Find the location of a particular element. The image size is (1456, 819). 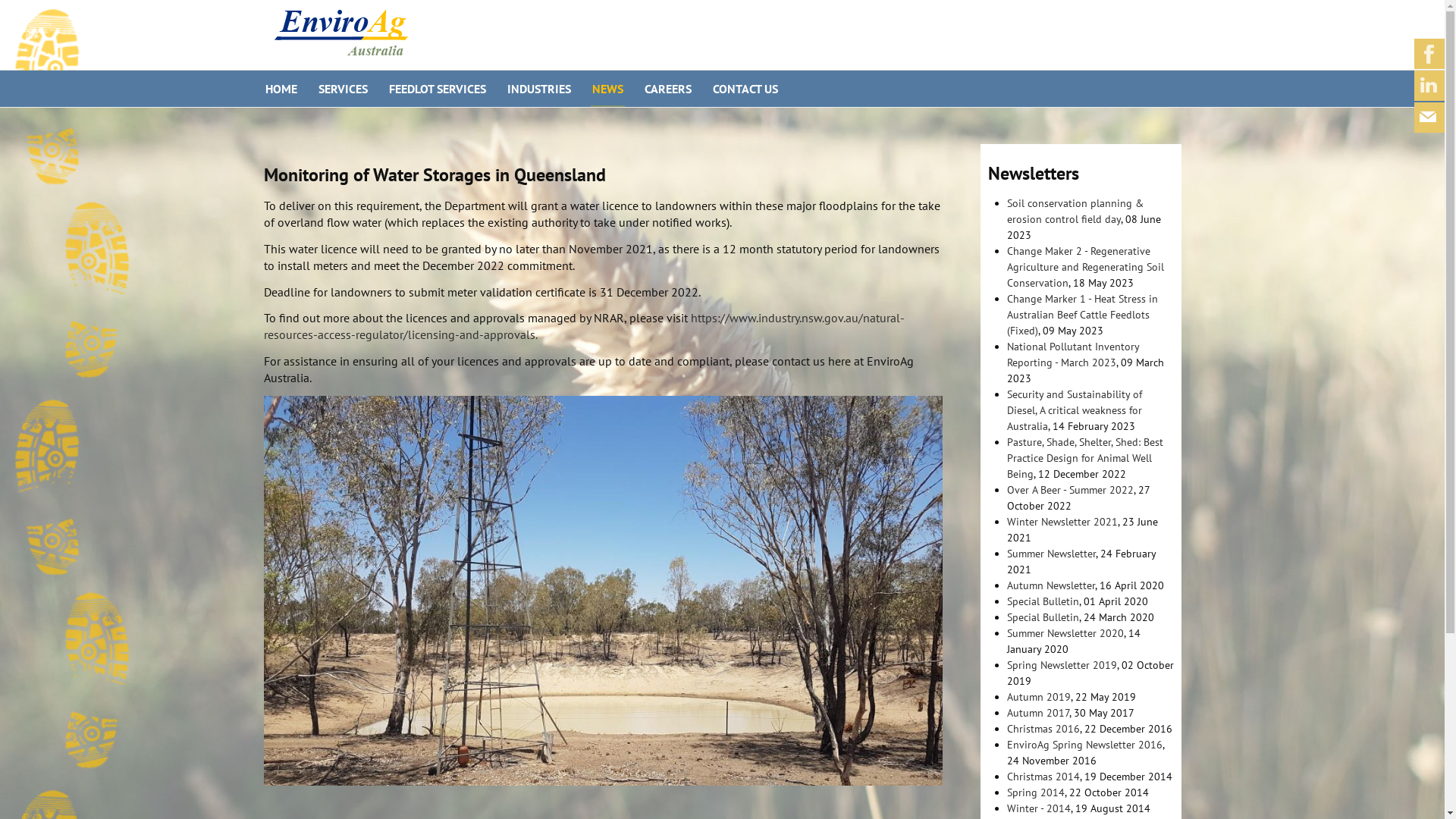

'Winter - 2014' is located at coordinates (1037, 807).